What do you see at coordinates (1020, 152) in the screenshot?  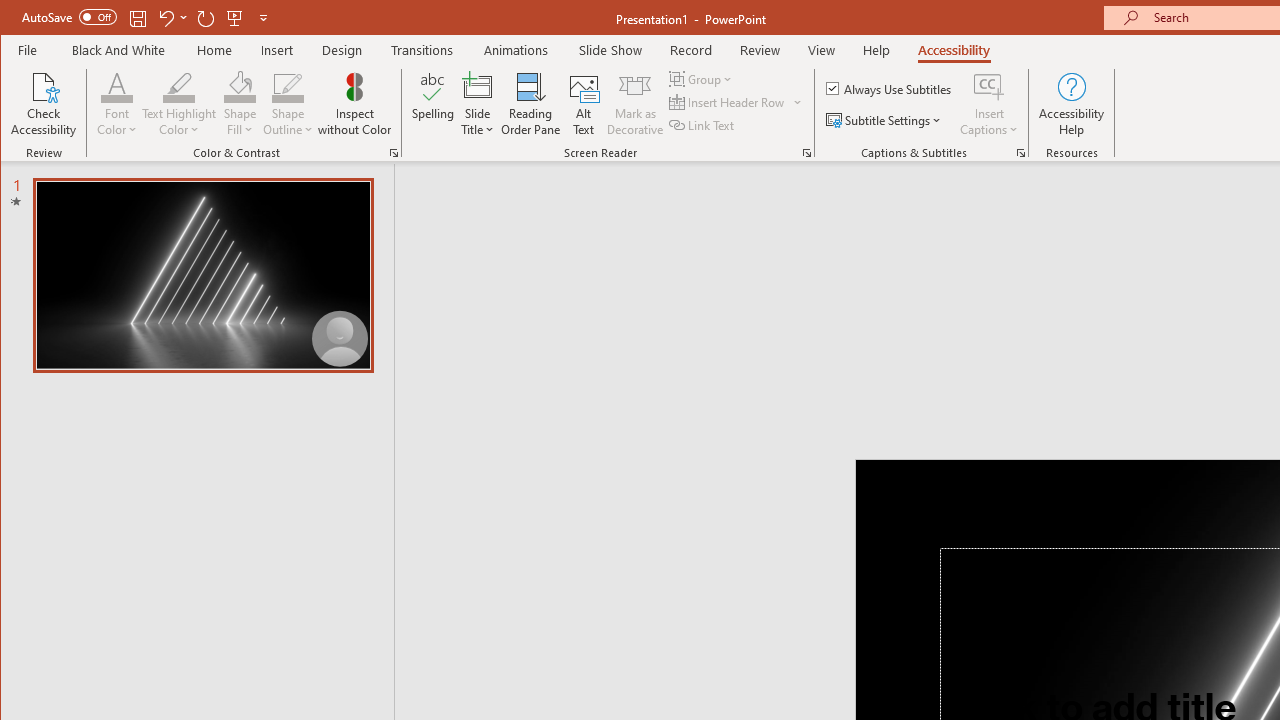 I see `'Captions & Subtitles'` at bounding box center [1020, 152].